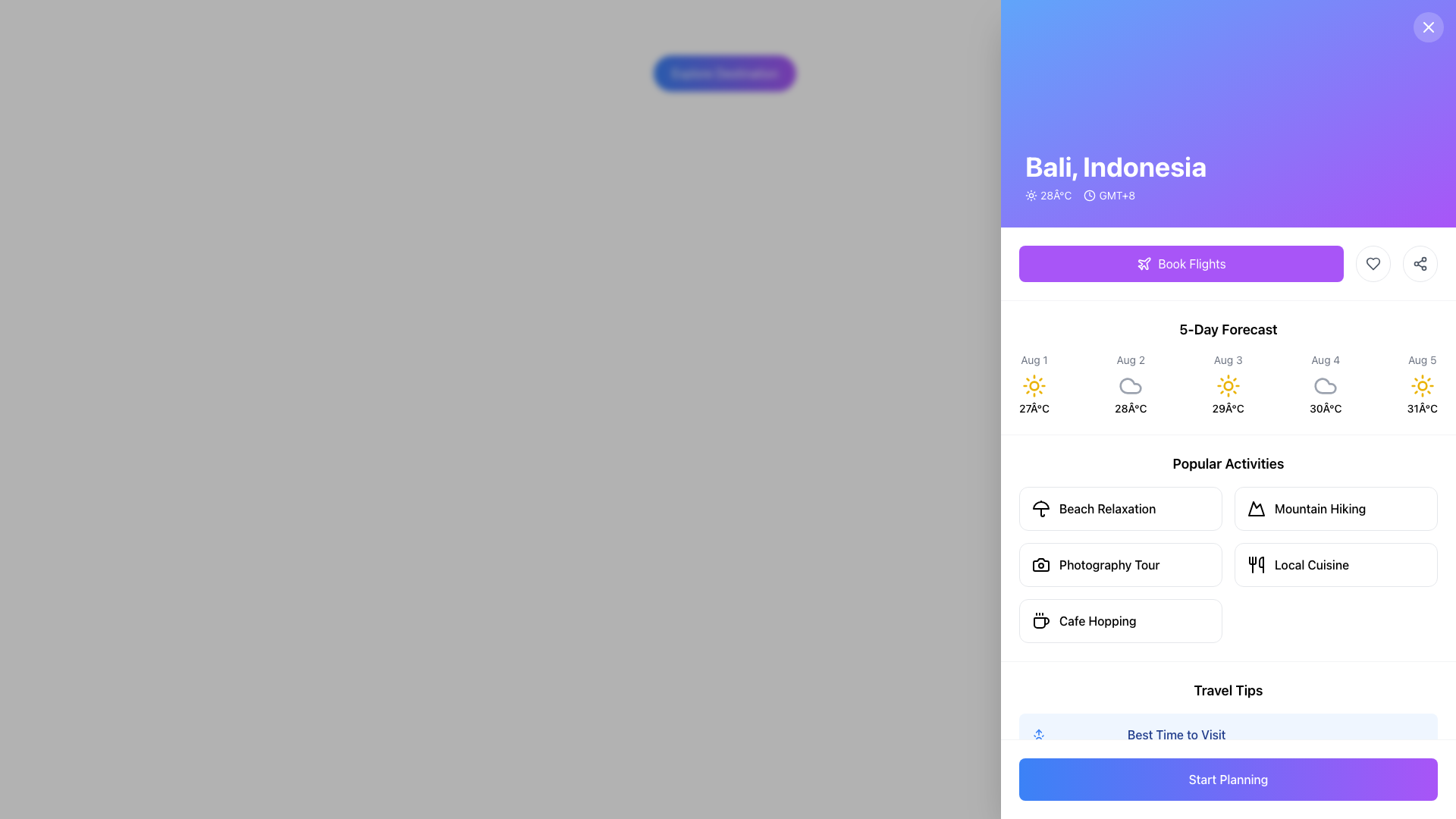  Describe the element at coordinates (1373, 262) in the screenshot. I see `the outlined heart icon button located in the top right control section` at that location.